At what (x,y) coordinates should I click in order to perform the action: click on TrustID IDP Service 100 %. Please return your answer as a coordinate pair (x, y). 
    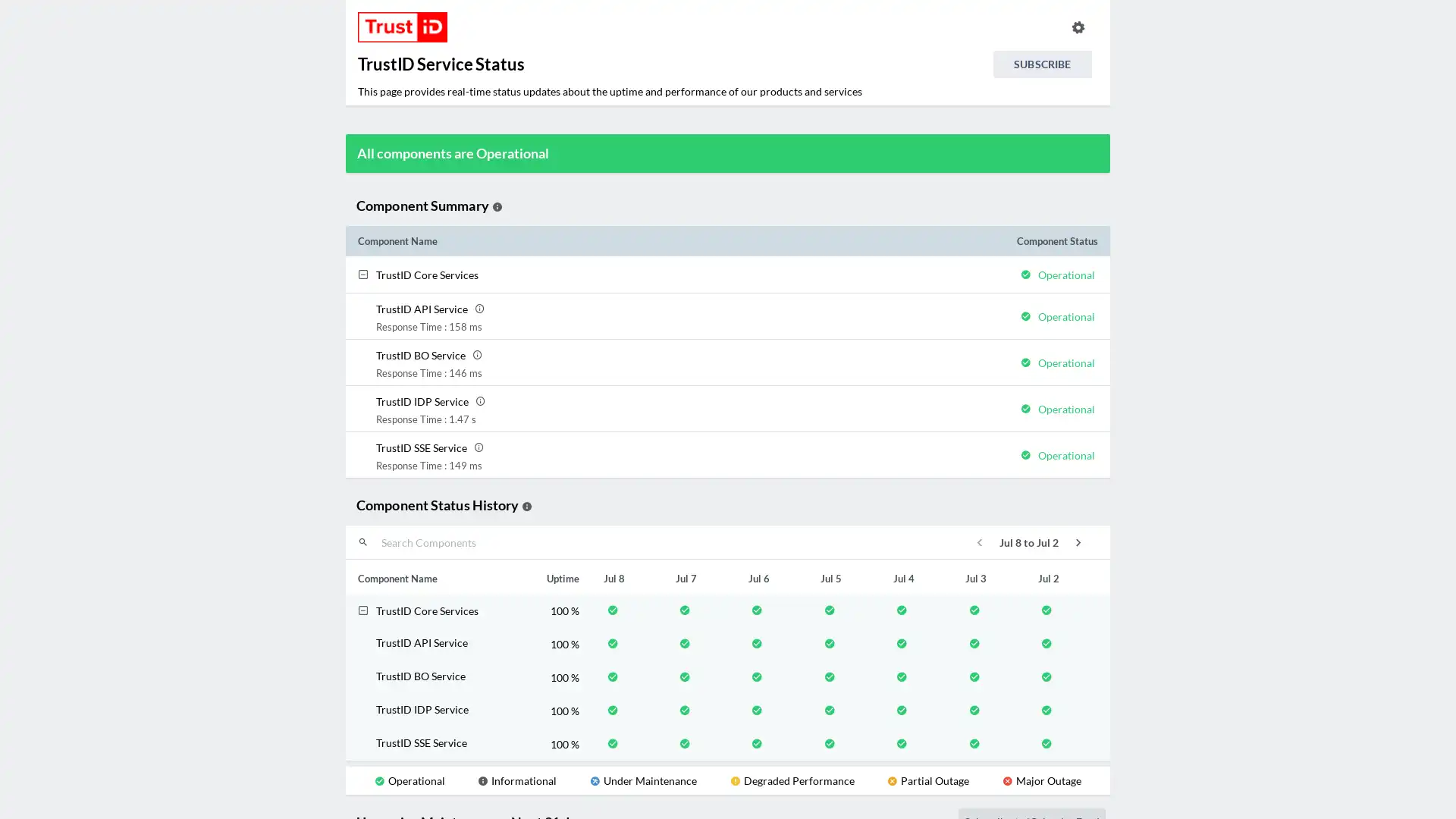
    Looking at the image, I should click on (728, 711).